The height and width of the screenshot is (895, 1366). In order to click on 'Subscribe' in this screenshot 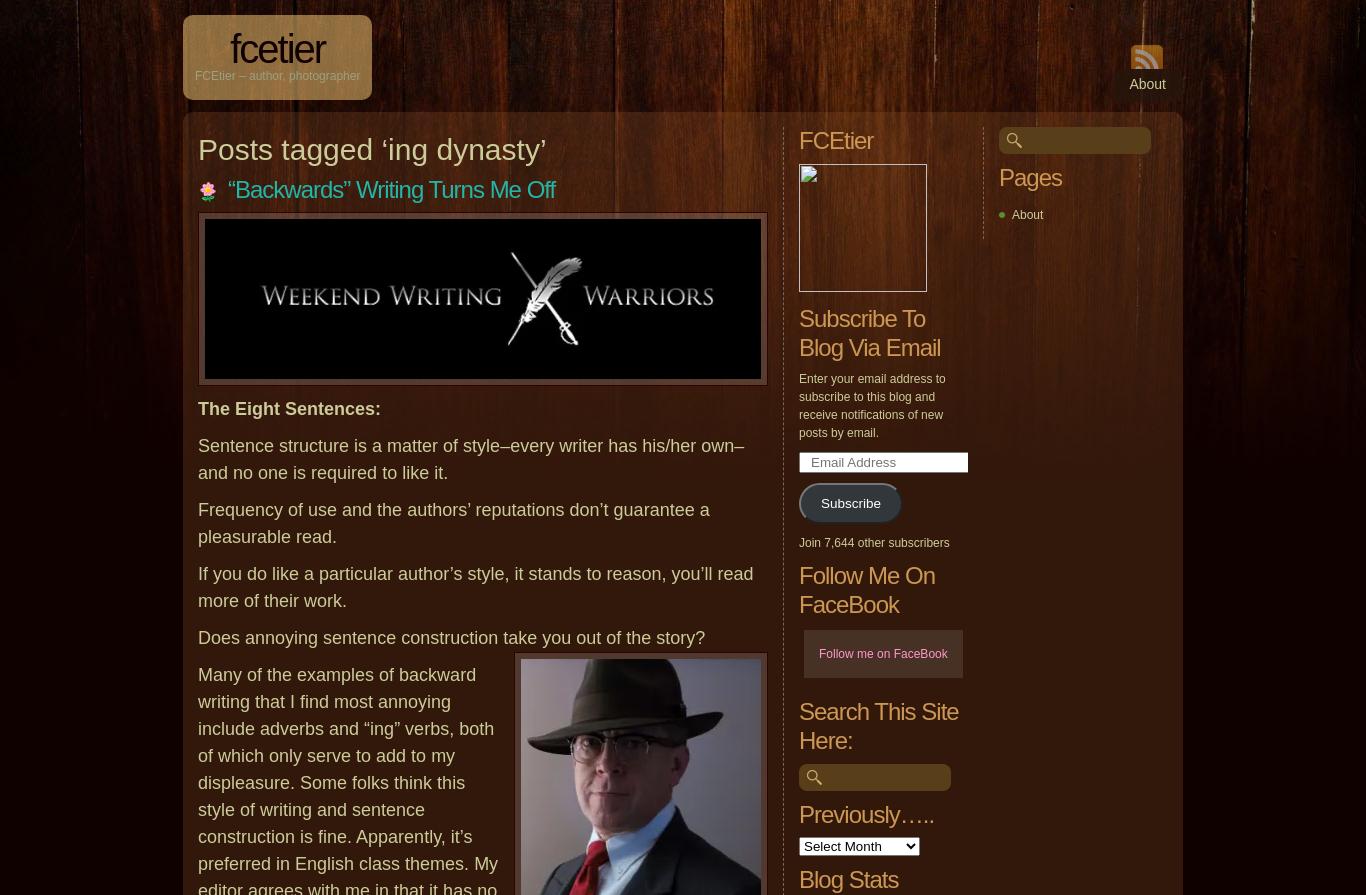, I will do `click(849, 502)`.